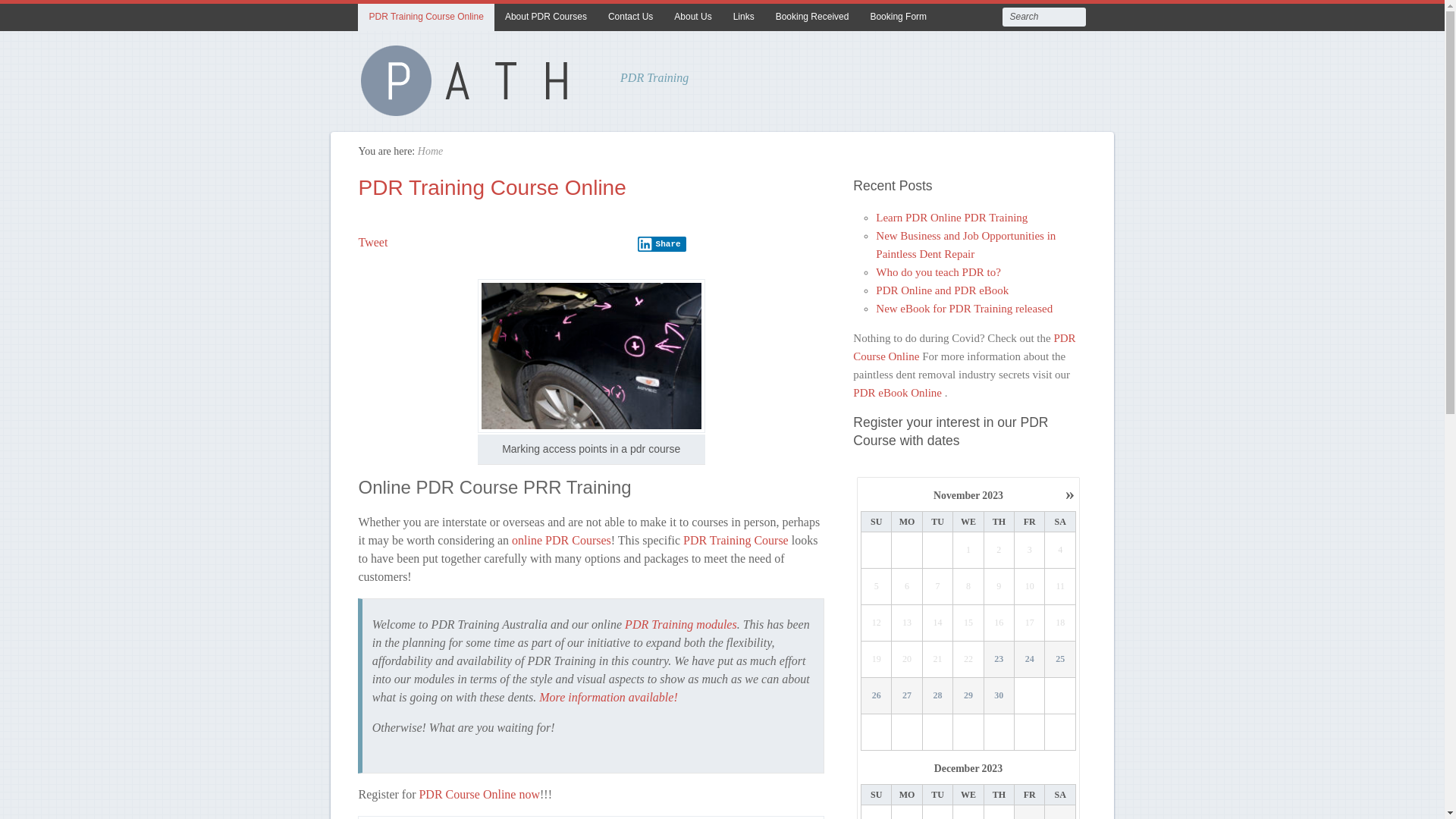 The width and height of the screenshot is (1456, 819). What do you see at coordinates (662, 243) in the screenshot?
I see `'Share'` at bounding box center [662, 243].